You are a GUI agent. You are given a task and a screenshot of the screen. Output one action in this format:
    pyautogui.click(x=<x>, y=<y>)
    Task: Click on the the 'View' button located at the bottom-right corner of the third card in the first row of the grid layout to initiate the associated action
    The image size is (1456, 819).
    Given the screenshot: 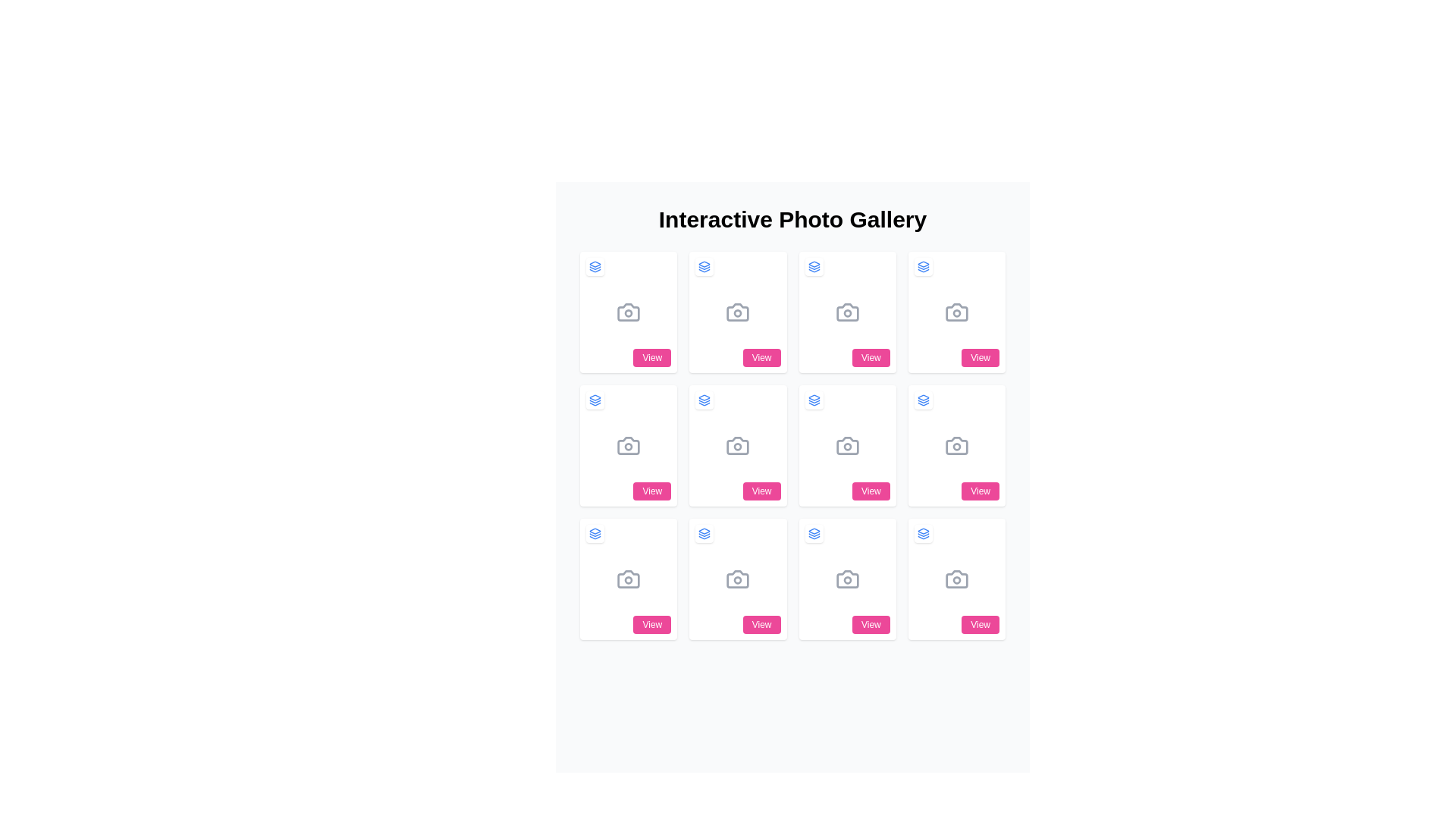 What is the action you would take?
    pyautogui.click(x=761, y=357)
    